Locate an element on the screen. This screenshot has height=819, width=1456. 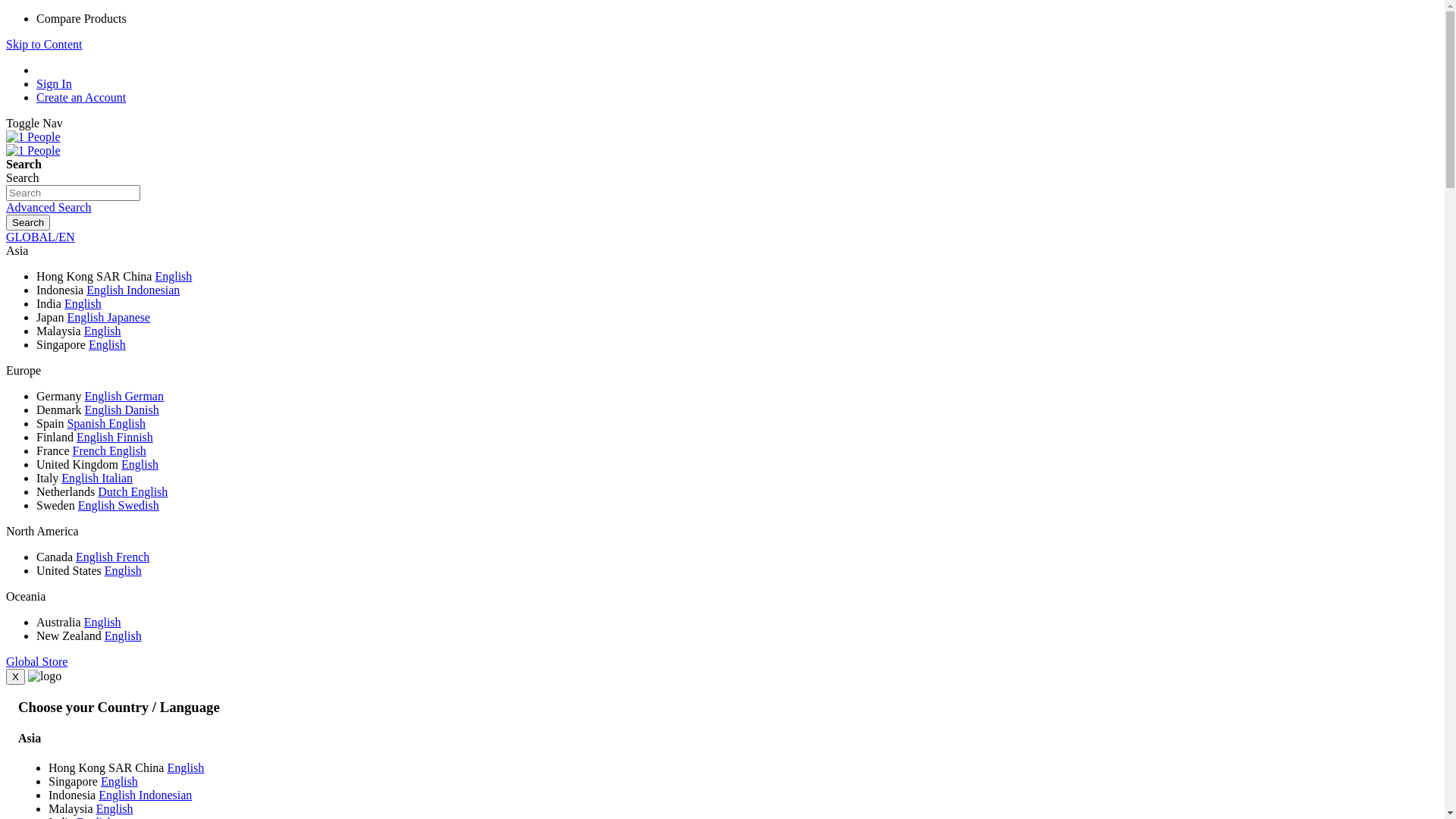
'Advanced Search' is located at coordinates (6, 207).